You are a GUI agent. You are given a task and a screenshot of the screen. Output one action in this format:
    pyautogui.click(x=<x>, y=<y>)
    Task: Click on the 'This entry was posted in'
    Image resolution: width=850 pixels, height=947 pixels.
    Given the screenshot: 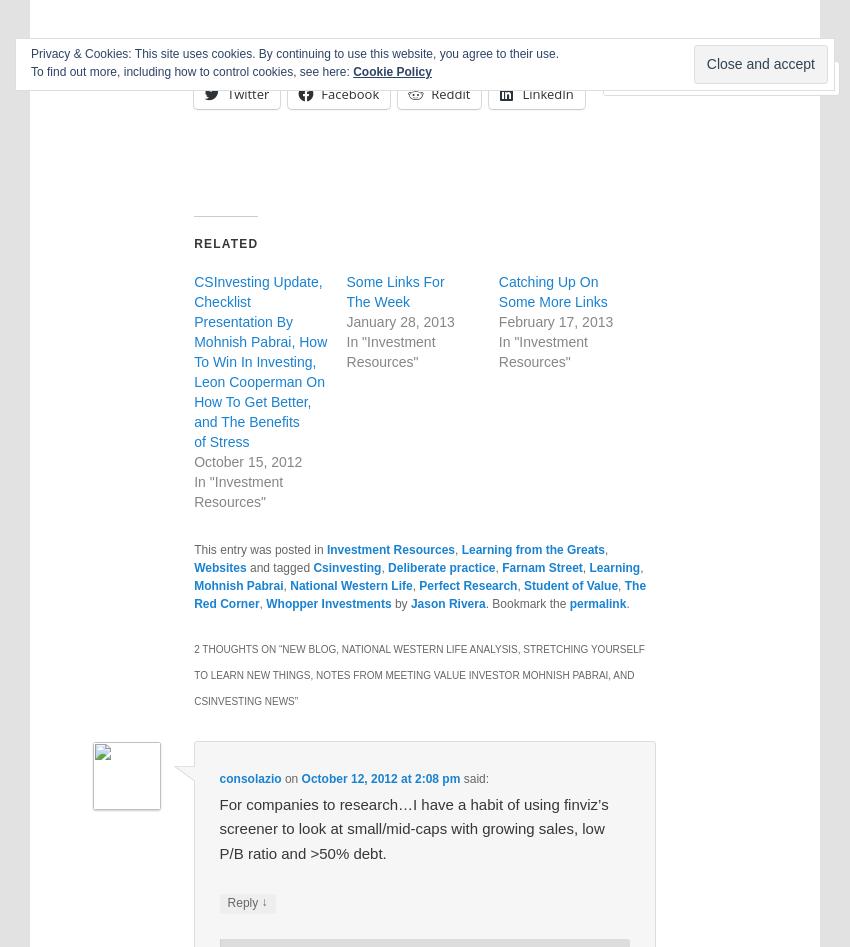 What is the action you would take?
    pyautogui.click(x=259, y=547)
    